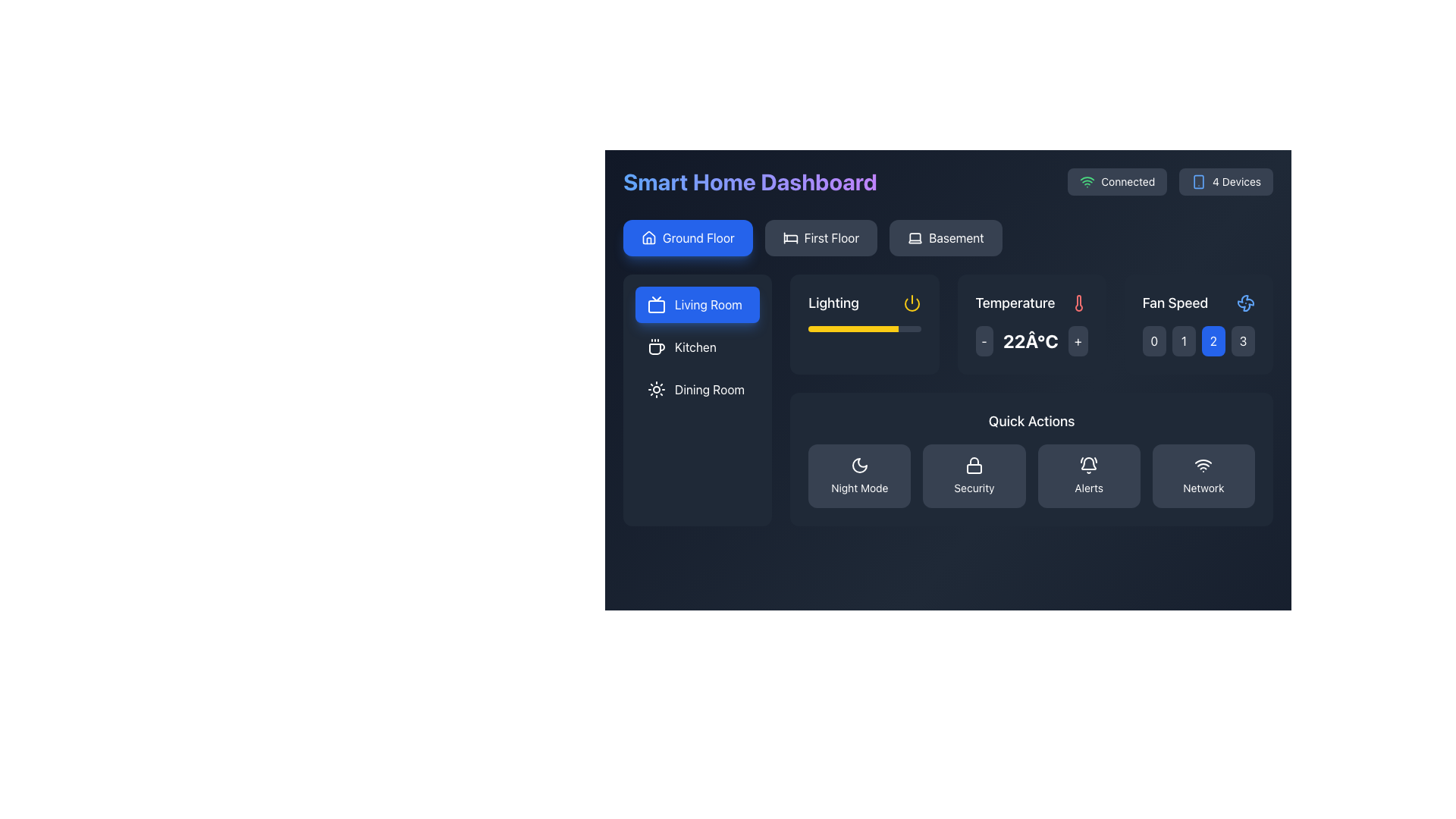  I want to click on the smartphone-related icon located to the left of the '4 Devices' label in the top-right area of the interface, so click(1197, 180).